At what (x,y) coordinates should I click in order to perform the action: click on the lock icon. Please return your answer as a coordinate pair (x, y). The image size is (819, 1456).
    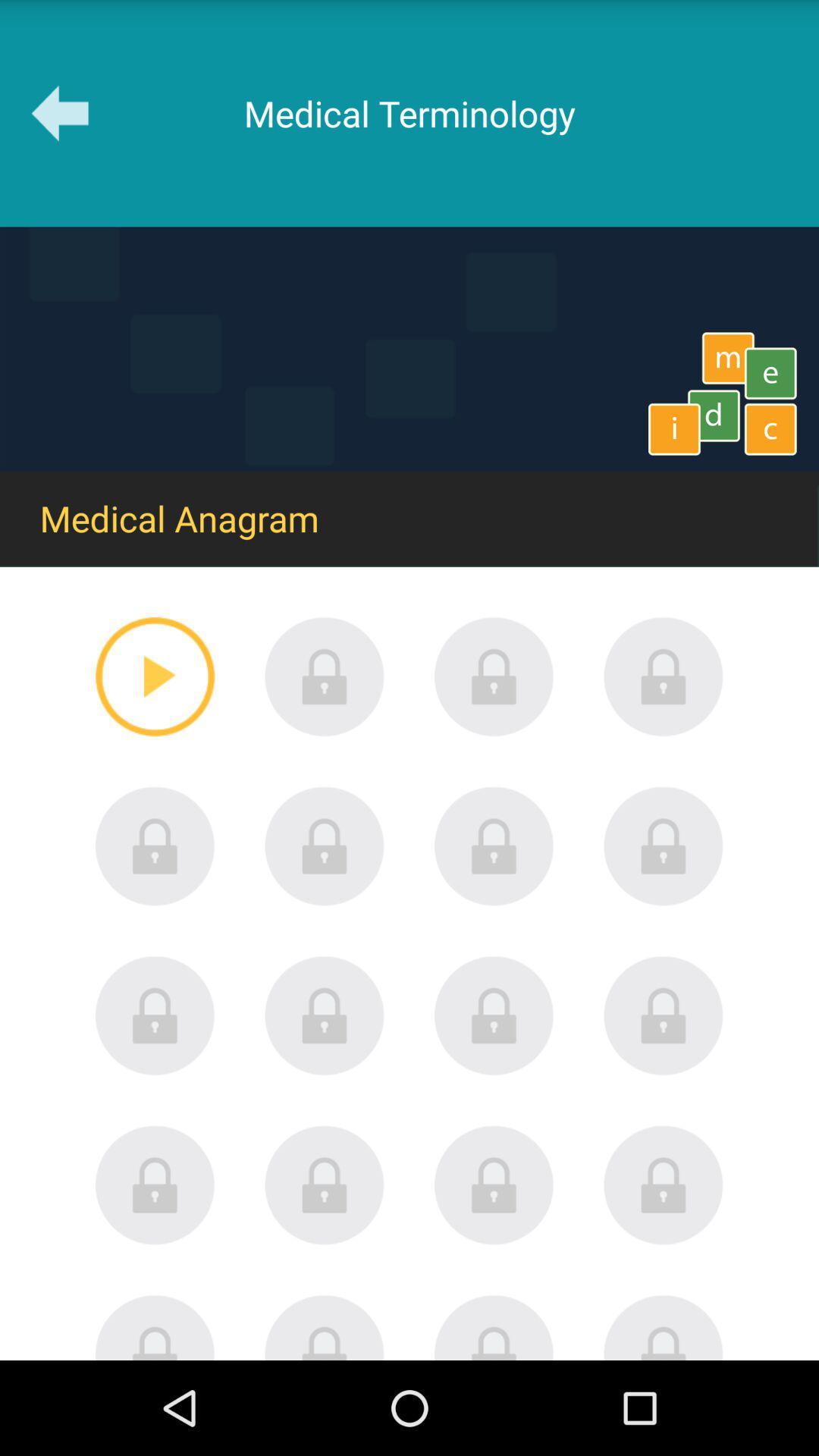
    Looking at the image, I should click on (494, 723).